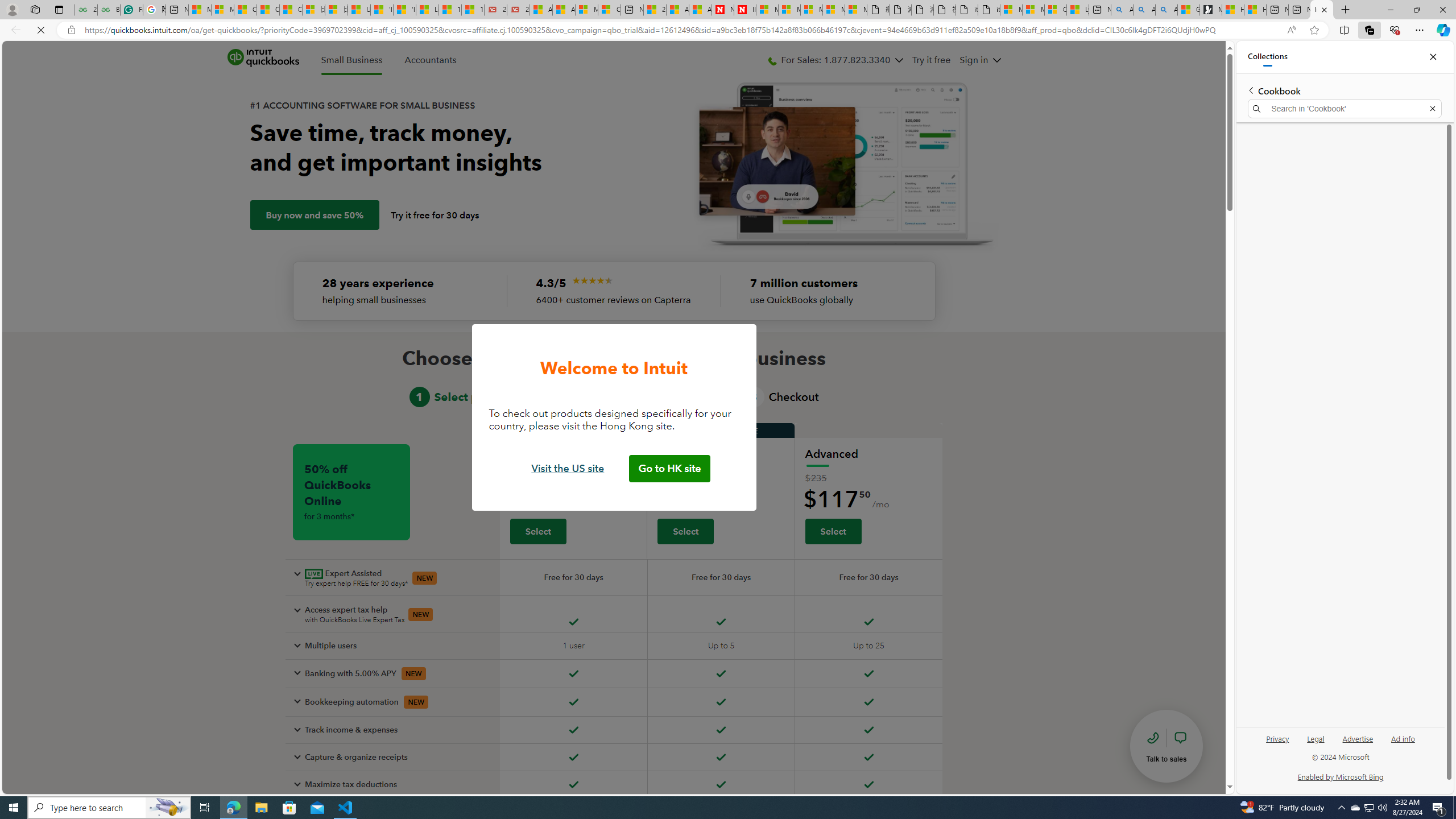 The image size is (1456, 819). Describe the element at coordinates (930, 60) in the screenshot. I see `'Try it free'` at that location.